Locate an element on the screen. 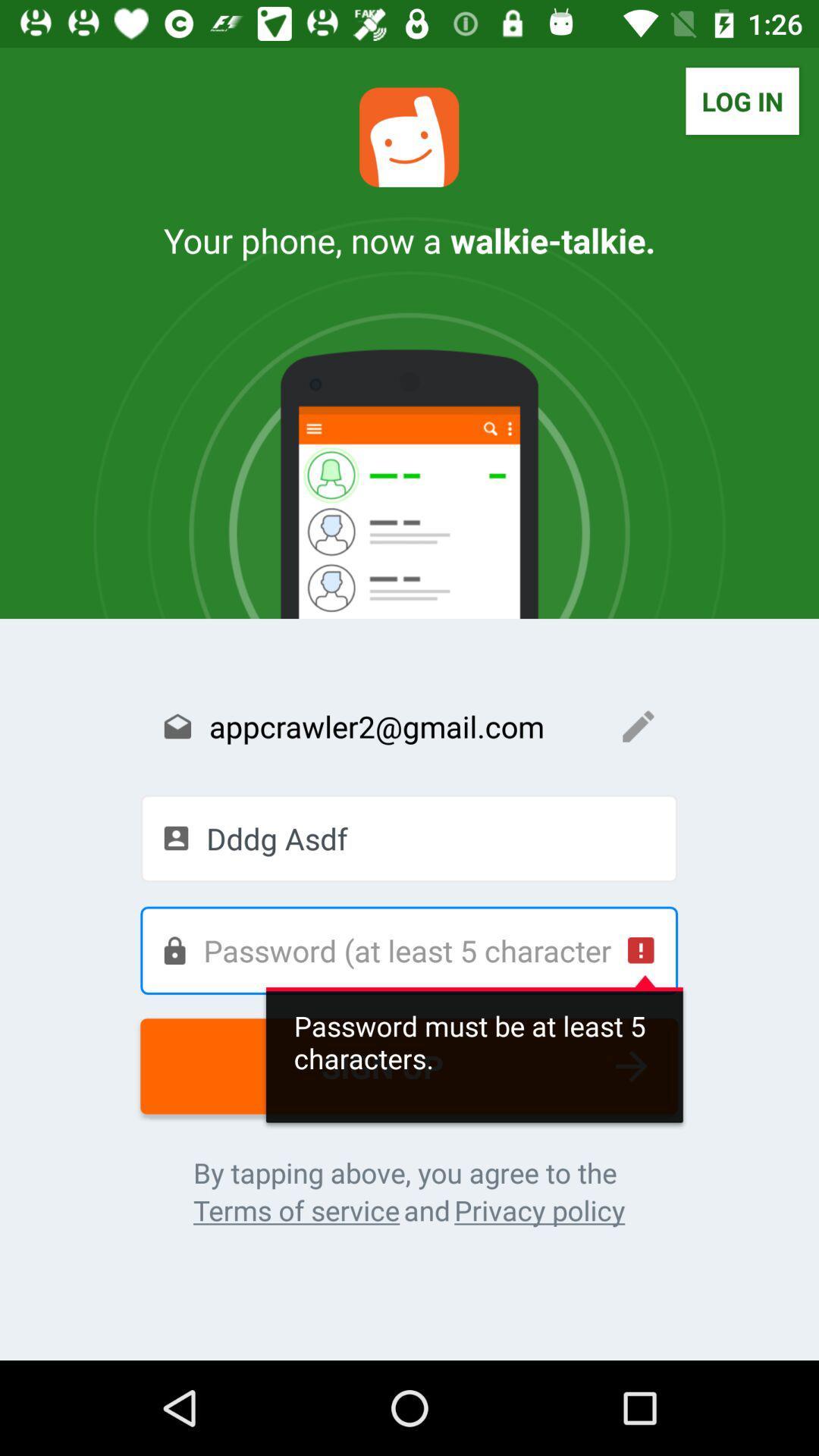  the icon next to the and icon is located at coordinates (538, 1210).